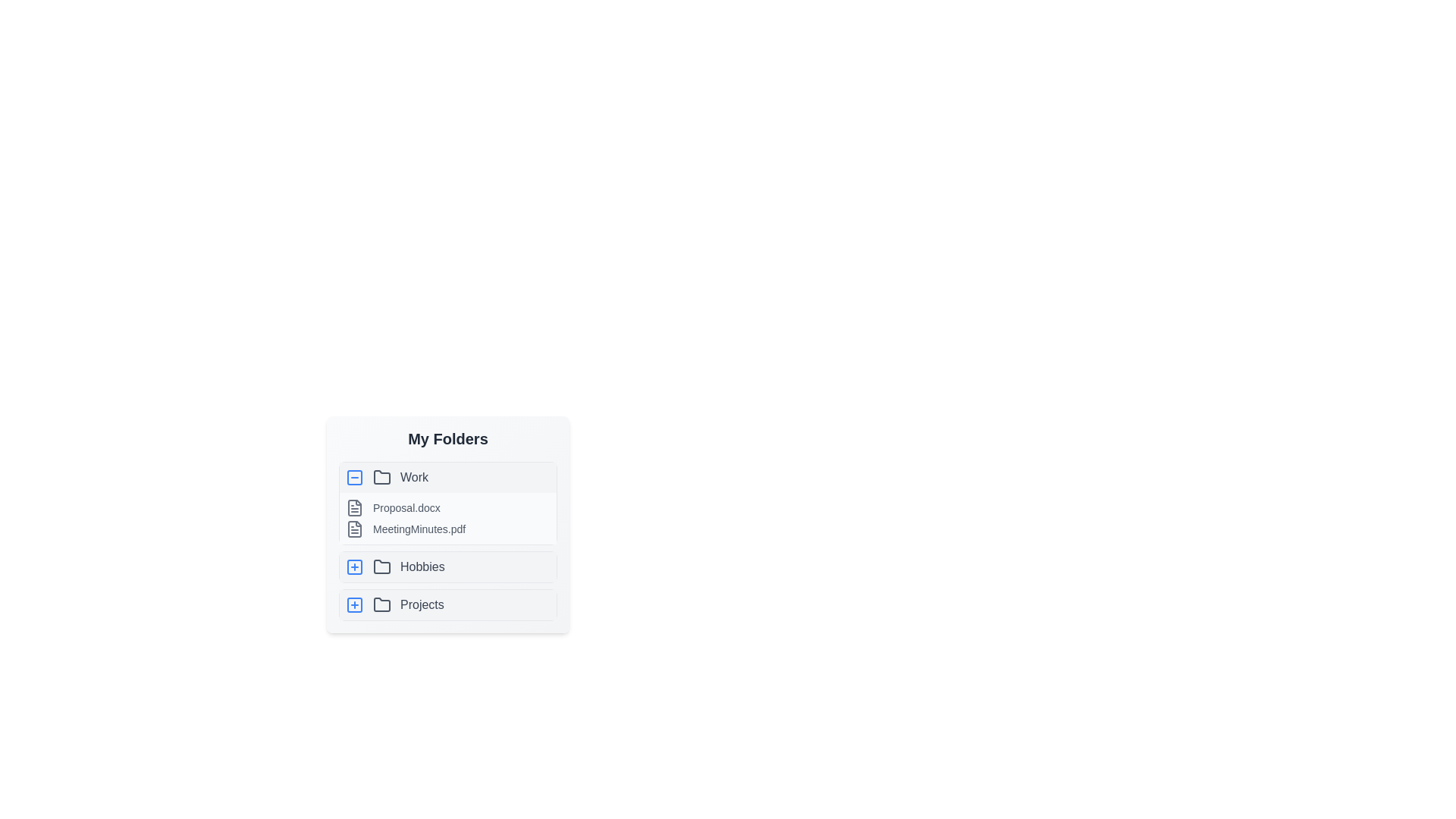 The width and height of the screenshot is (1456, 819). Describe the element at coordinates (353, 508) in the screenshot. I see `the file Proposal.docx to view its details` at that location.